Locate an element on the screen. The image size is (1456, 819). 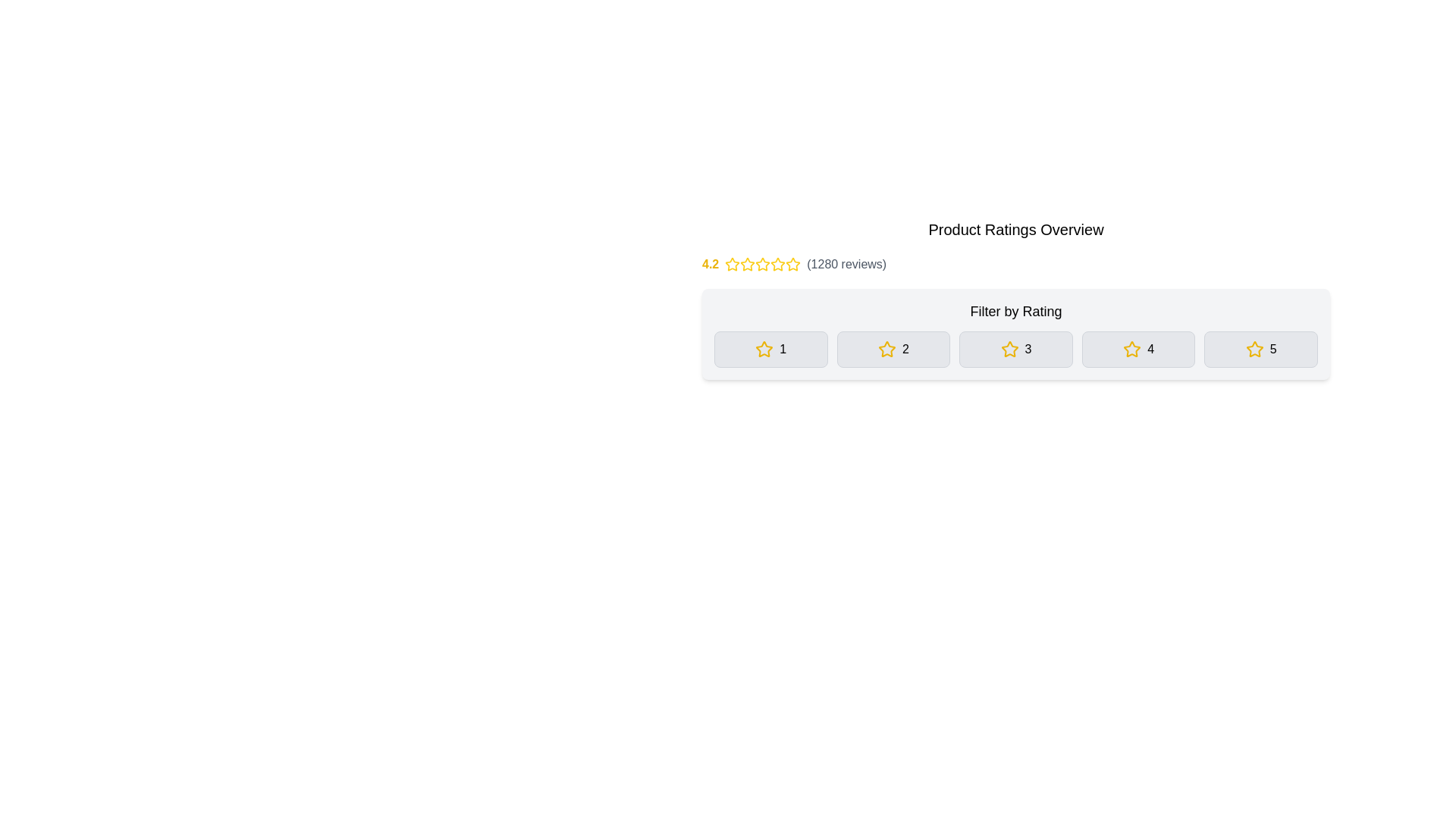
the button with a light gray background and a yellow star icon followed by the number '4' is located at coordinates (1138, 350).